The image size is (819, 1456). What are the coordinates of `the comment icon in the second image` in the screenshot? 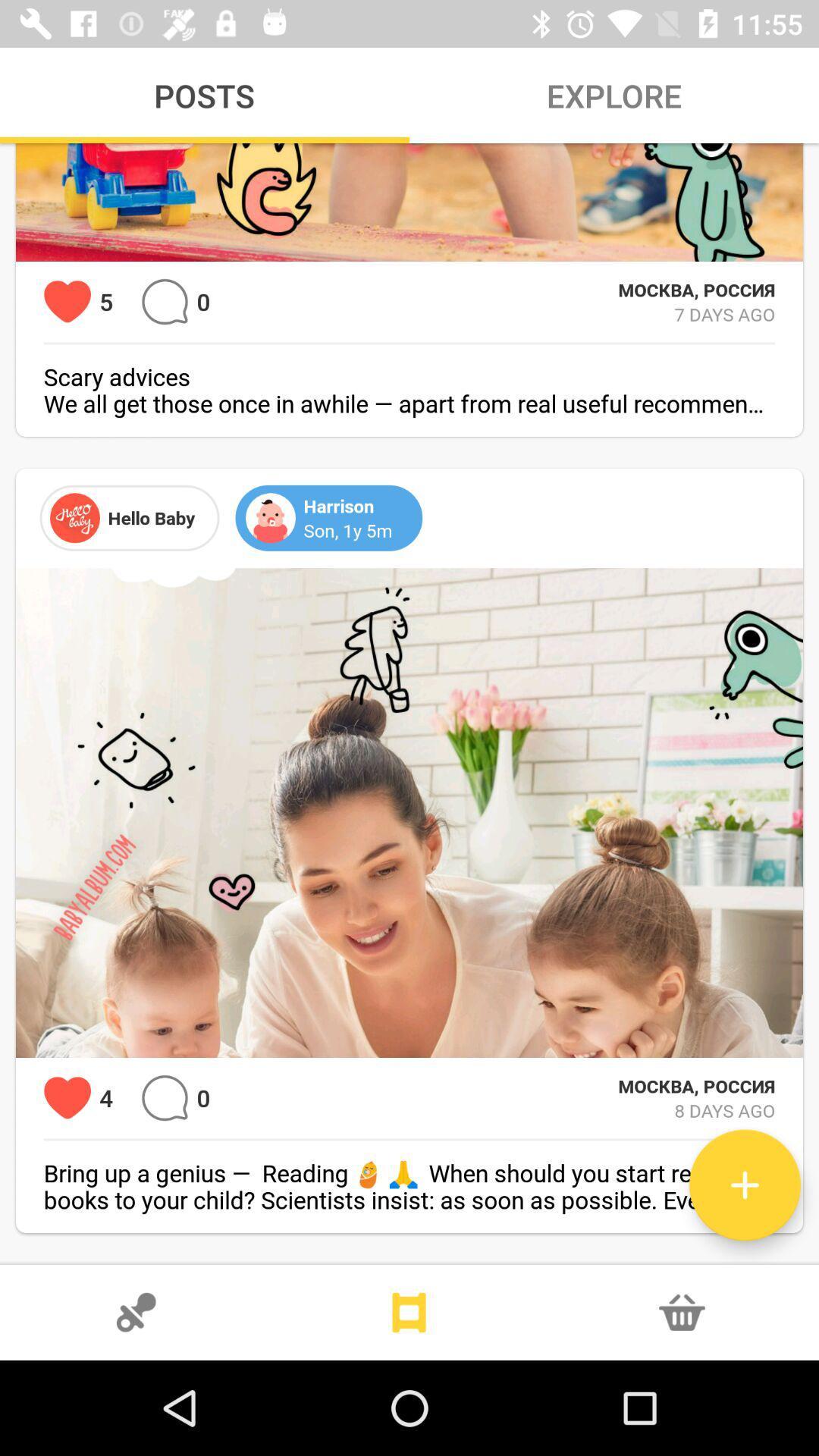 It's located at (165, 1098).